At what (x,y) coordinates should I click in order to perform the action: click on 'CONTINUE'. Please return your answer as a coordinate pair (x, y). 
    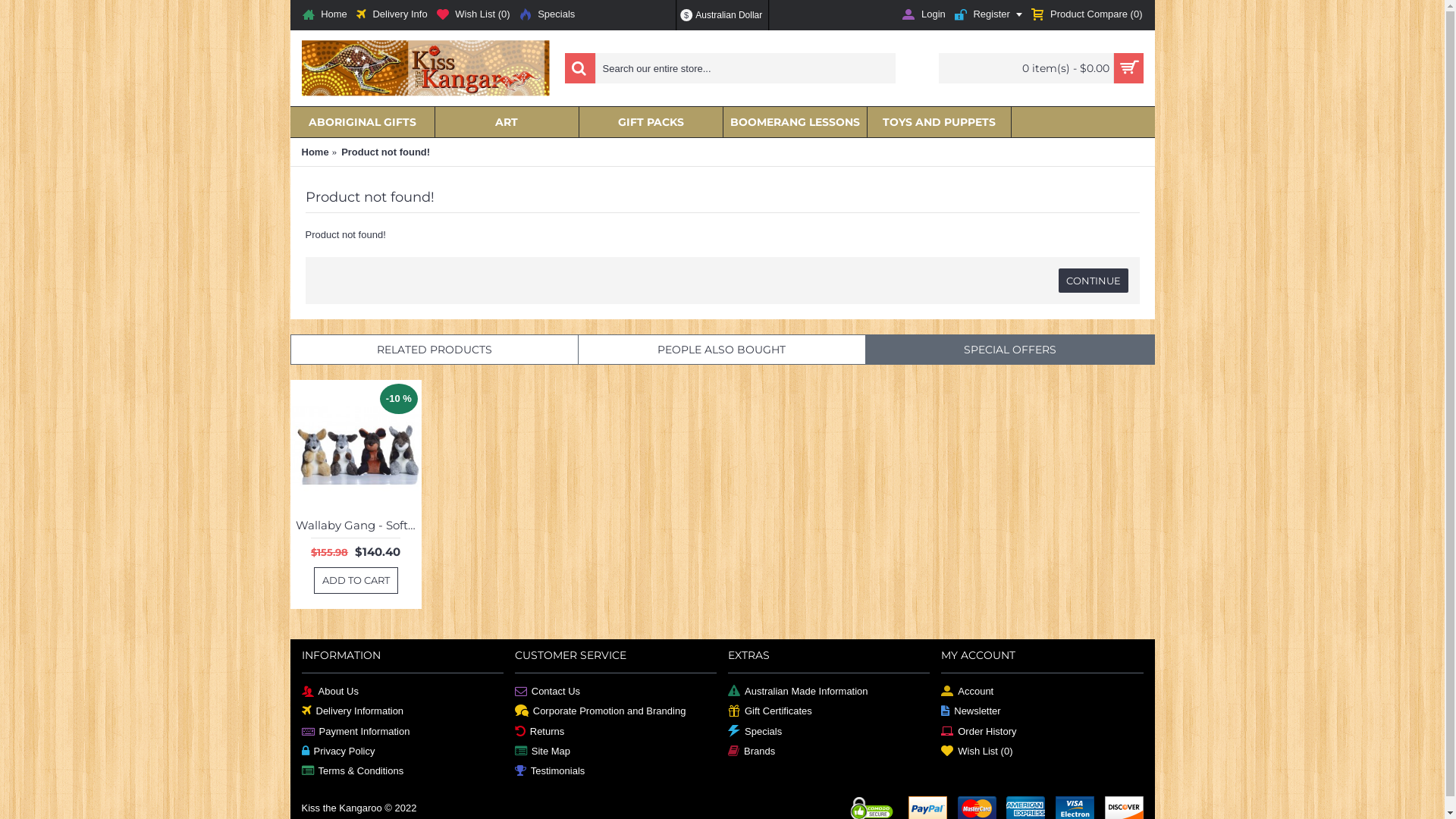
    Looking at the image, I should click on (1093, 281).